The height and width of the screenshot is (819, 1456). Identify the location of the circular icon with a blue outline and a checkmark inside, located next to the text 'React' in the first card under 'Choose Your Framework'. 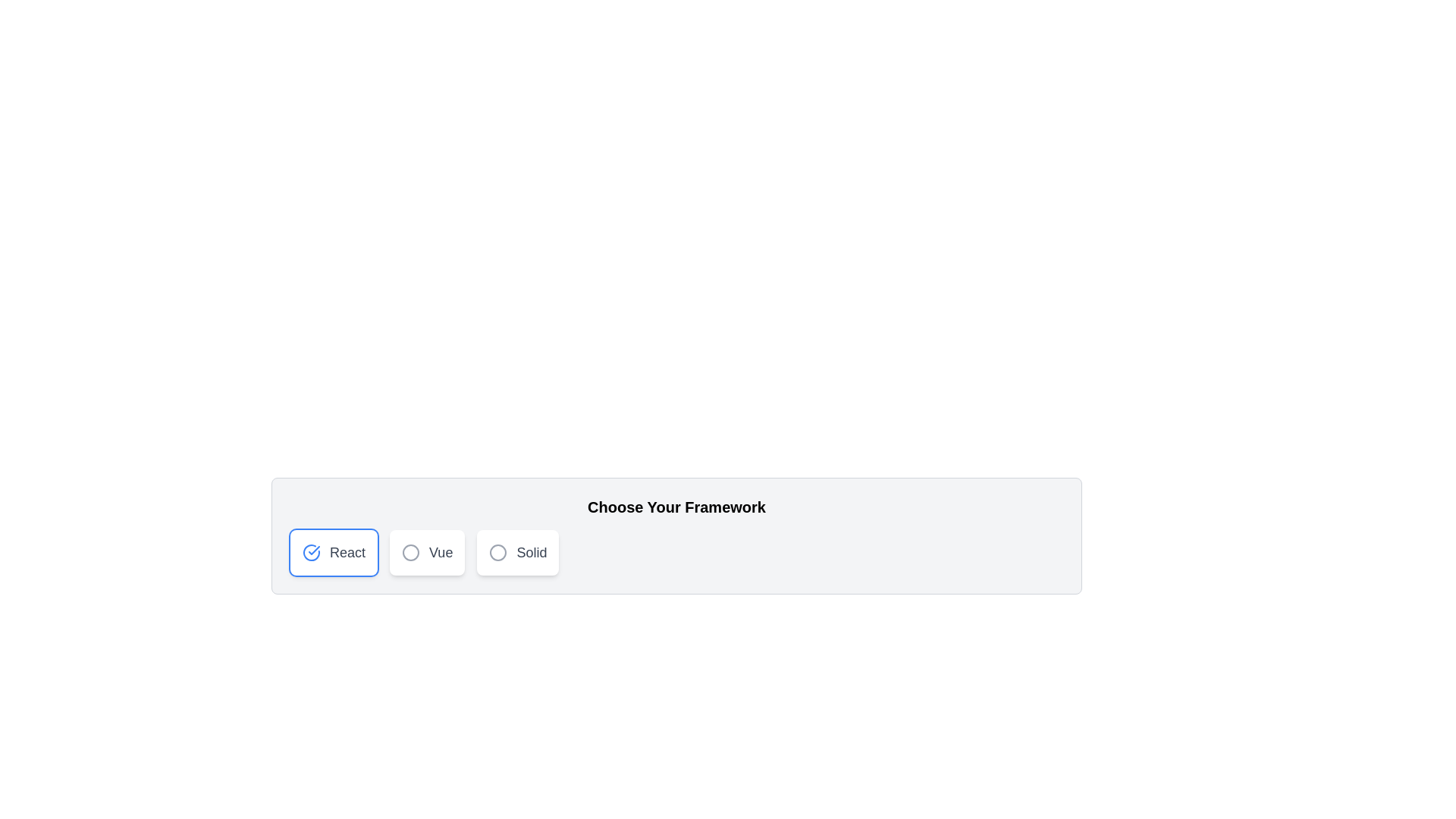
(311, 553).